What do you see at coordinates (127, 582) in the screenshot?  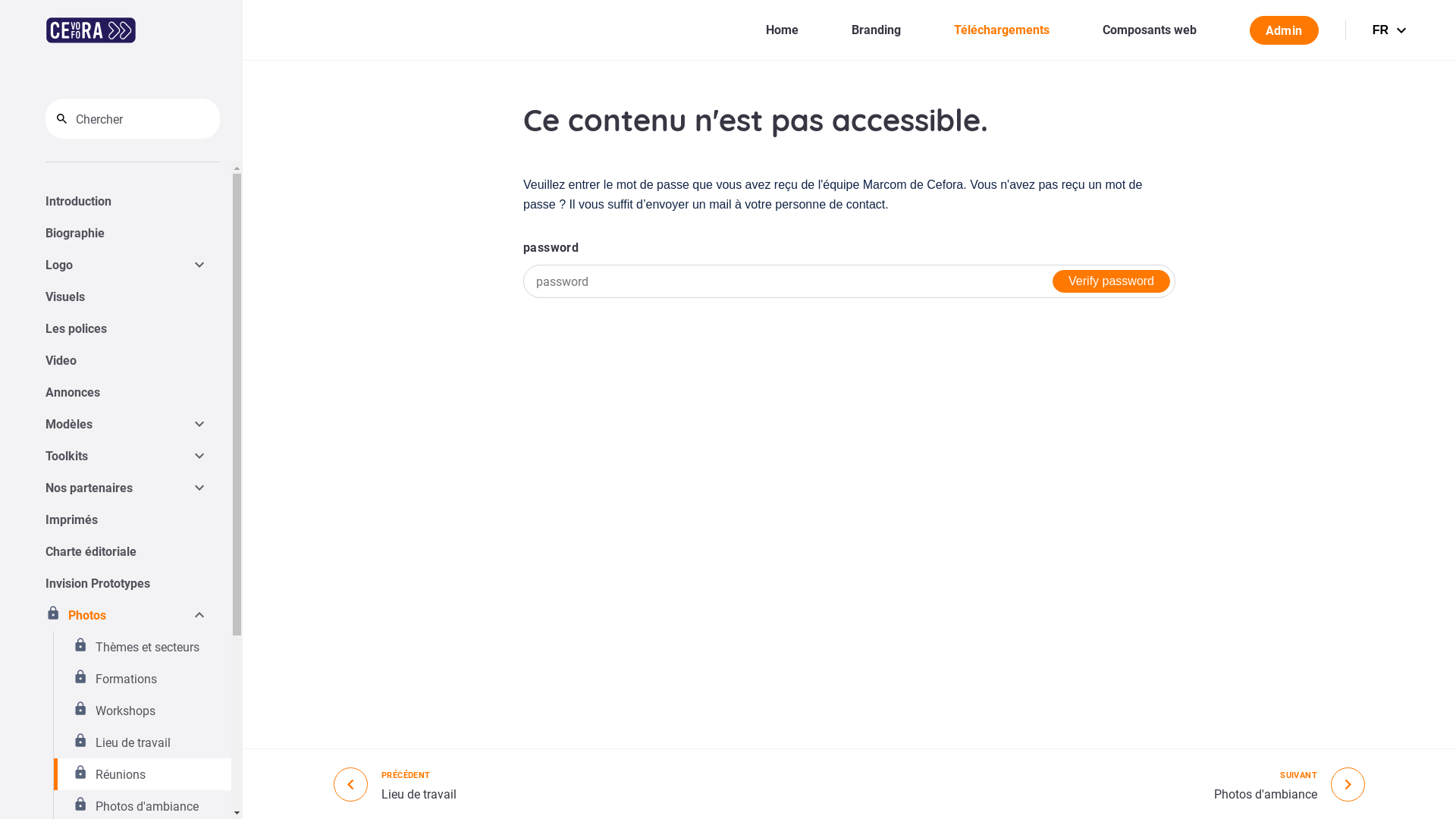 I see `'Invision Prototypes'` at bounding box center [127, 582].